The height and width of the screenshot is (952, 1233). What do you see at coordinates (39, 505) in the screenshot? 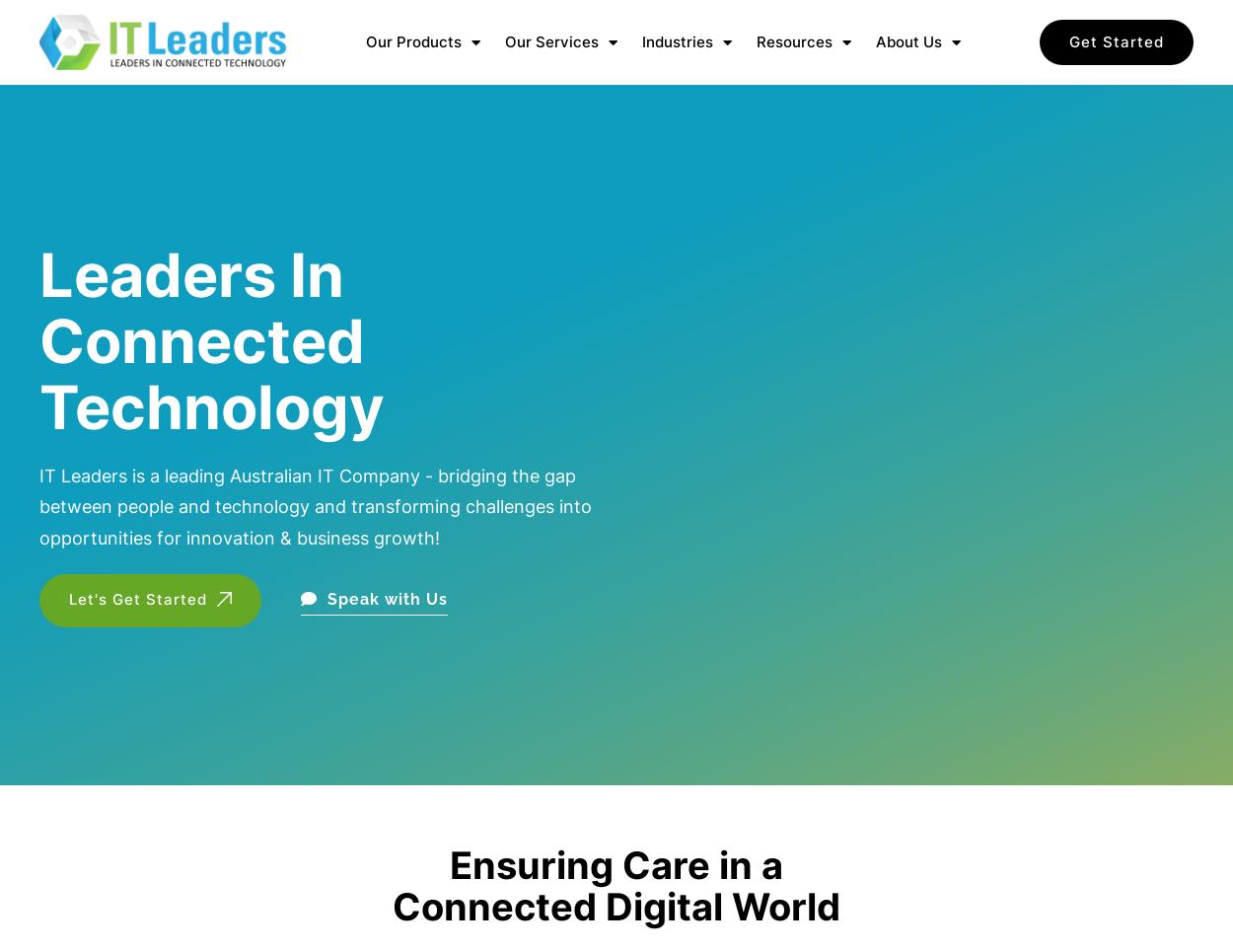
I see `'IT Leaders is a leading Australian IT Company - bridging the gap between people and technology and transforming challenges into opportunities for innovation & business growth!'` at bounding box center [39, 505].